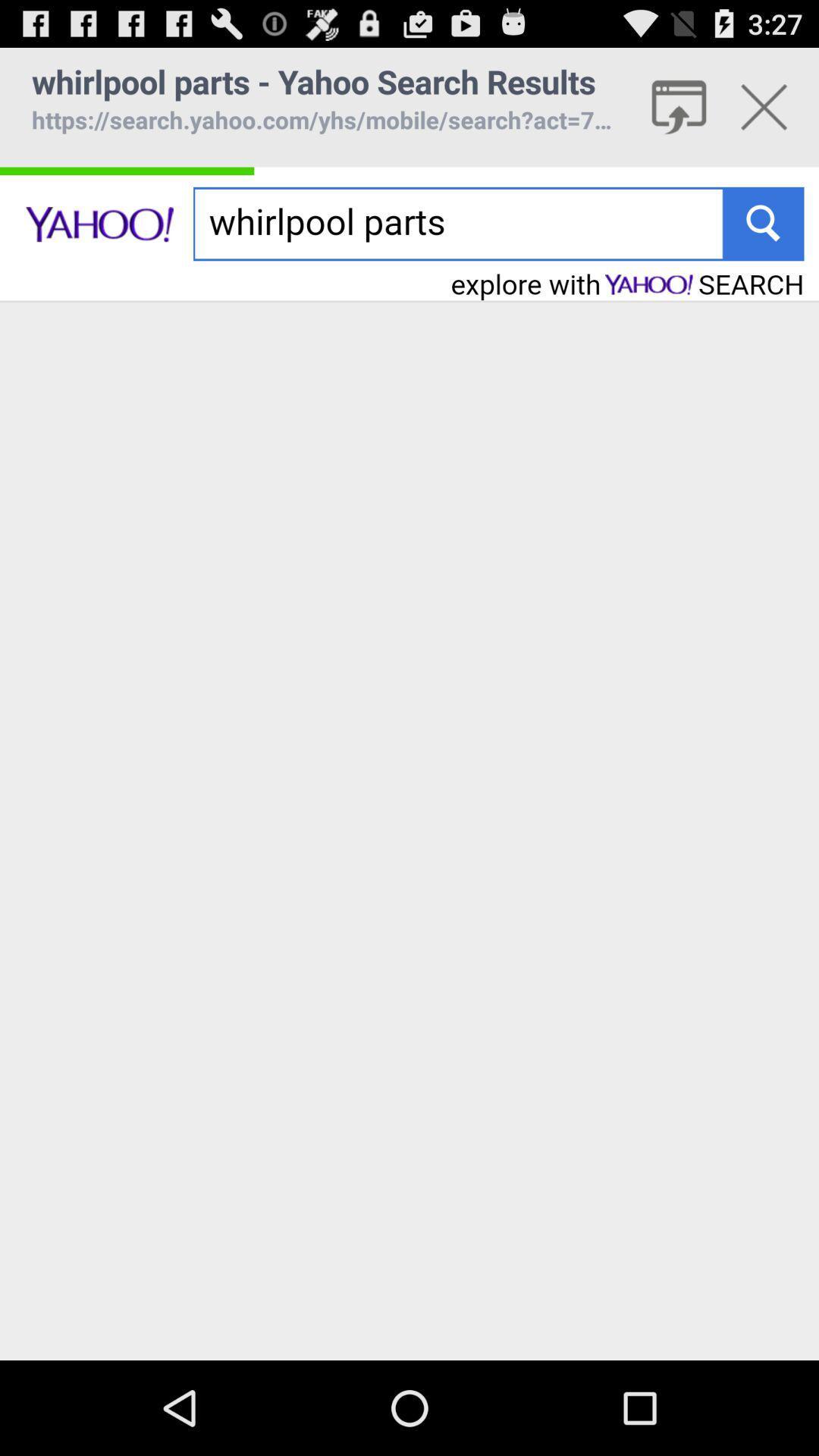 The width and height of the screenshot is (819, 1456). I want to click on close, so click(764, 106).